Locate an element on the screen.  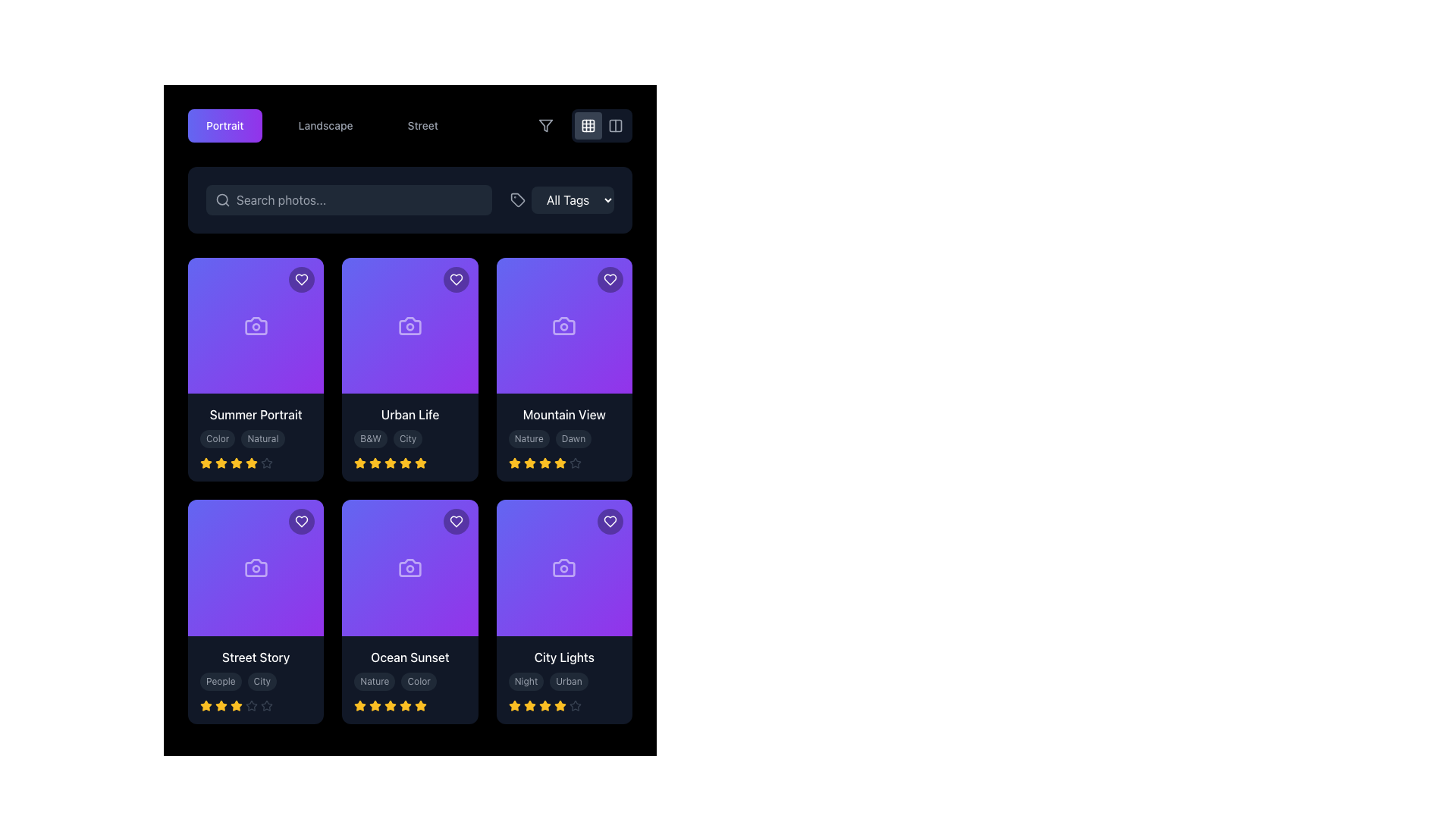
the interactive heart icon button for the 'Ocean Sunset' item is located at coordinates (455, 521).